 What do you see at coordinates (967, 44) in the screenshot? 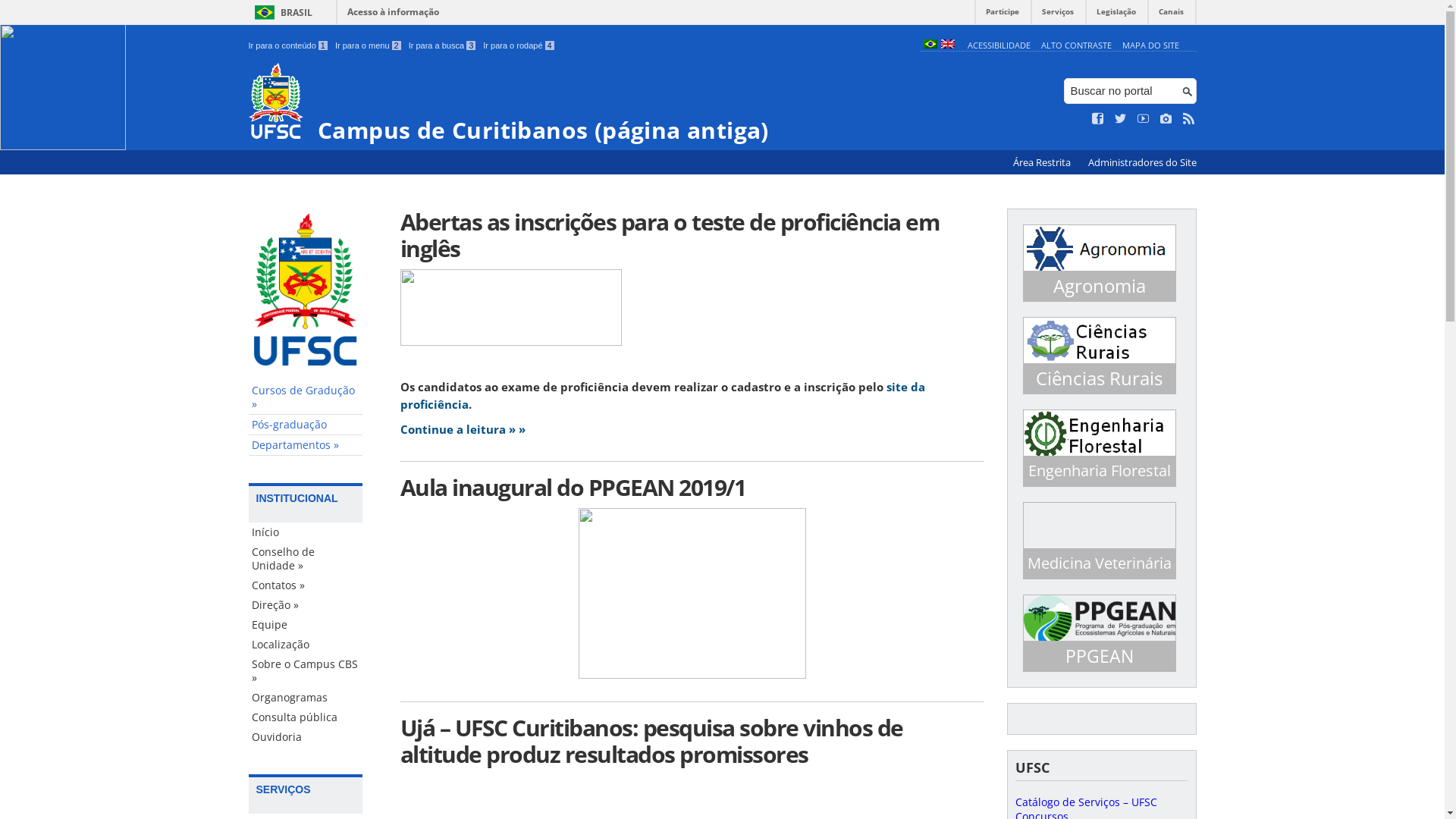
I see `'ACESSIBILIDADE'` at bounding box center [967, 44].